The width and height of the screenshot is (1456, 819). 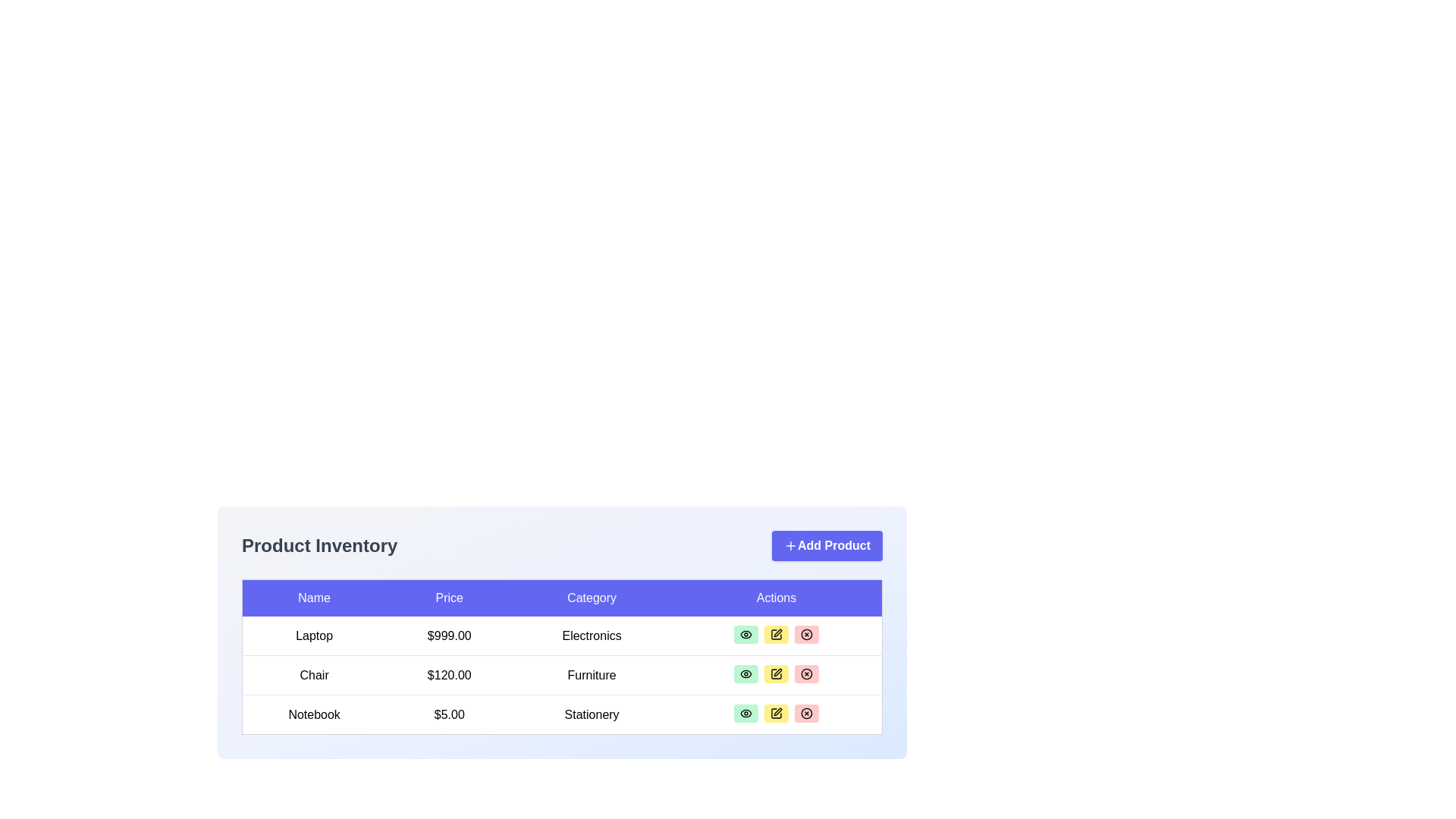 I want to click on text from the 'Name' header label, which is the first item in a horizontal row of four labels in the table column, so click(x=313, y=597).